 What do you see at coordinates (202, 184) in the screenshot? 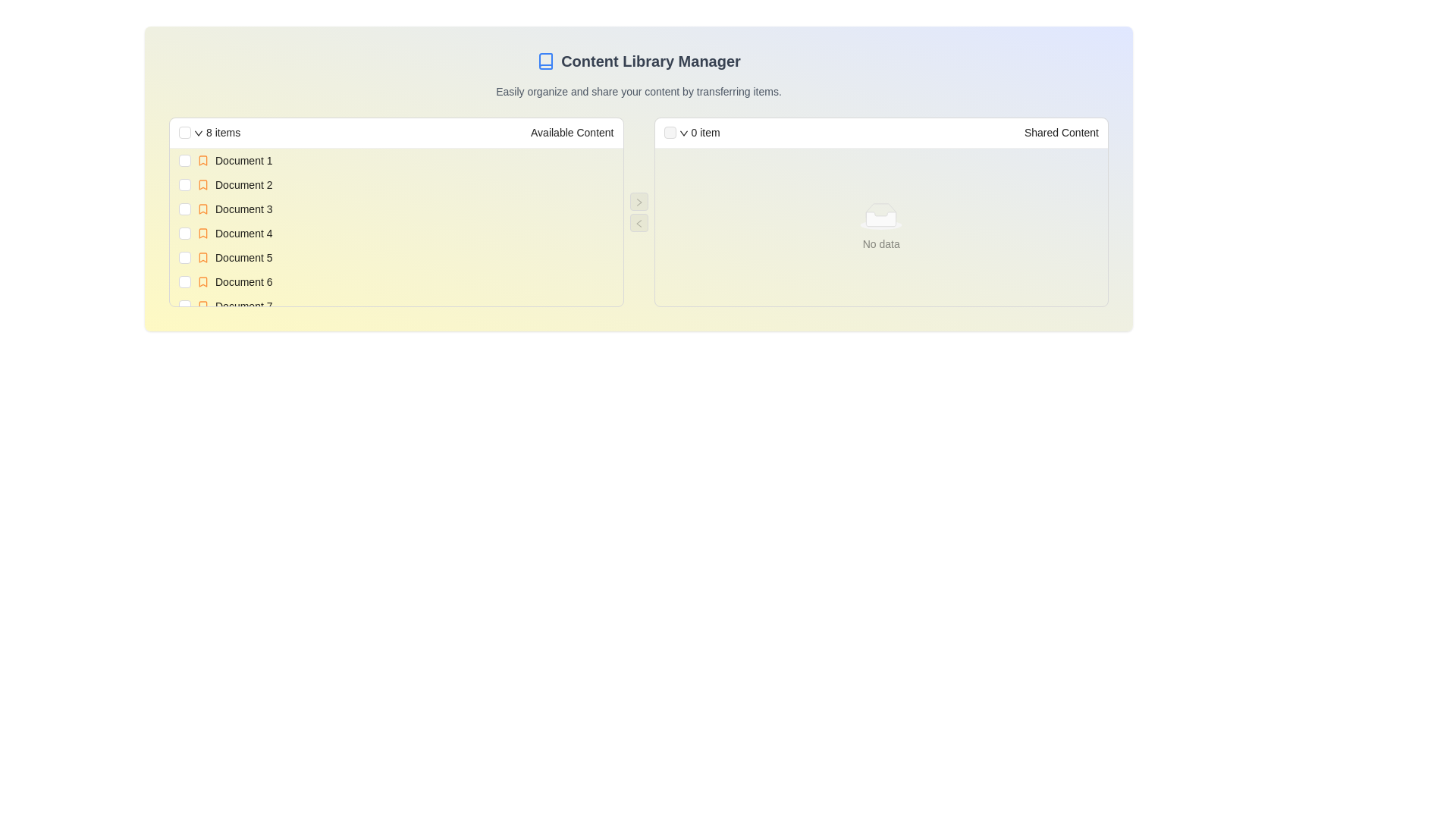
I see `the bookmark icon located to the left of the label 'Document 2' in the second row of the 'Available Content' list` at bounding box center [202, 184].